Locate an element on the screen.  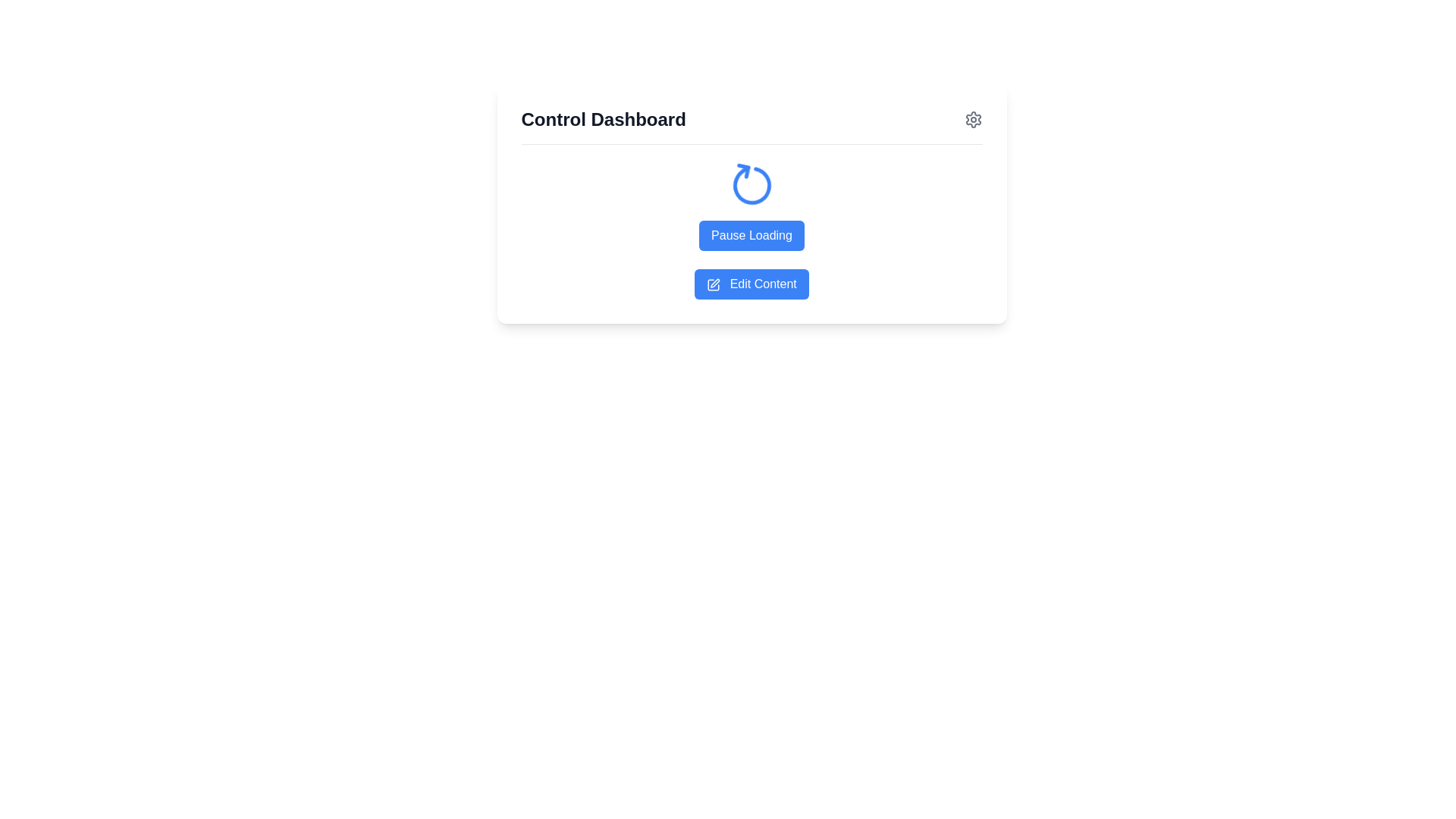
the 'Edit Content' button, which is a rectangular button with a blue background, white text, and a pen icon, located directly below the 'Pause Loading' button is located at coordinates (752, 284).